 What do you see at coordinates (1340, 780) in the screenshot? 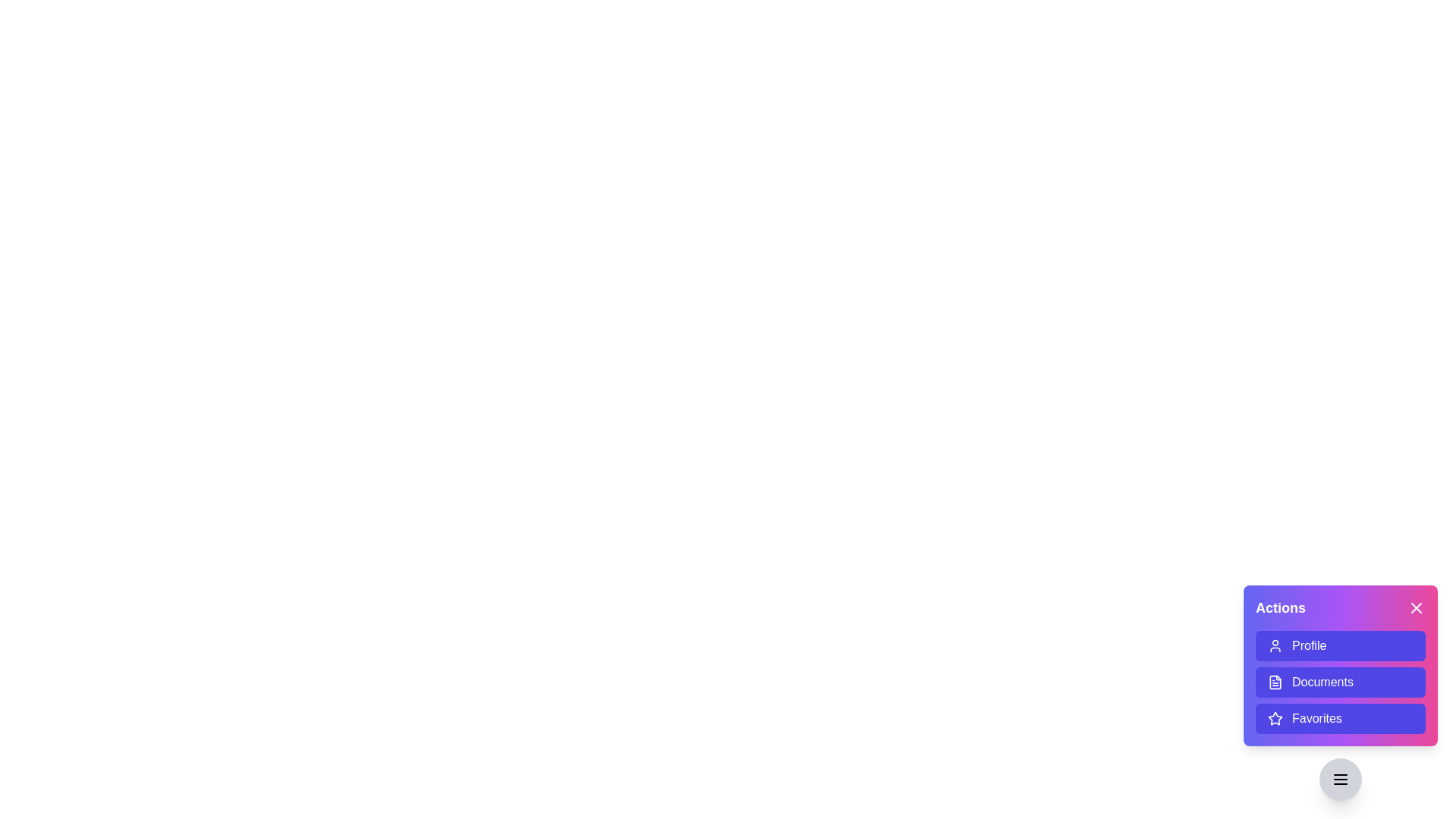
I see `the circular button located at the bottom-right corner of the 'Actions' panel` at bounding box center [1340, 780].